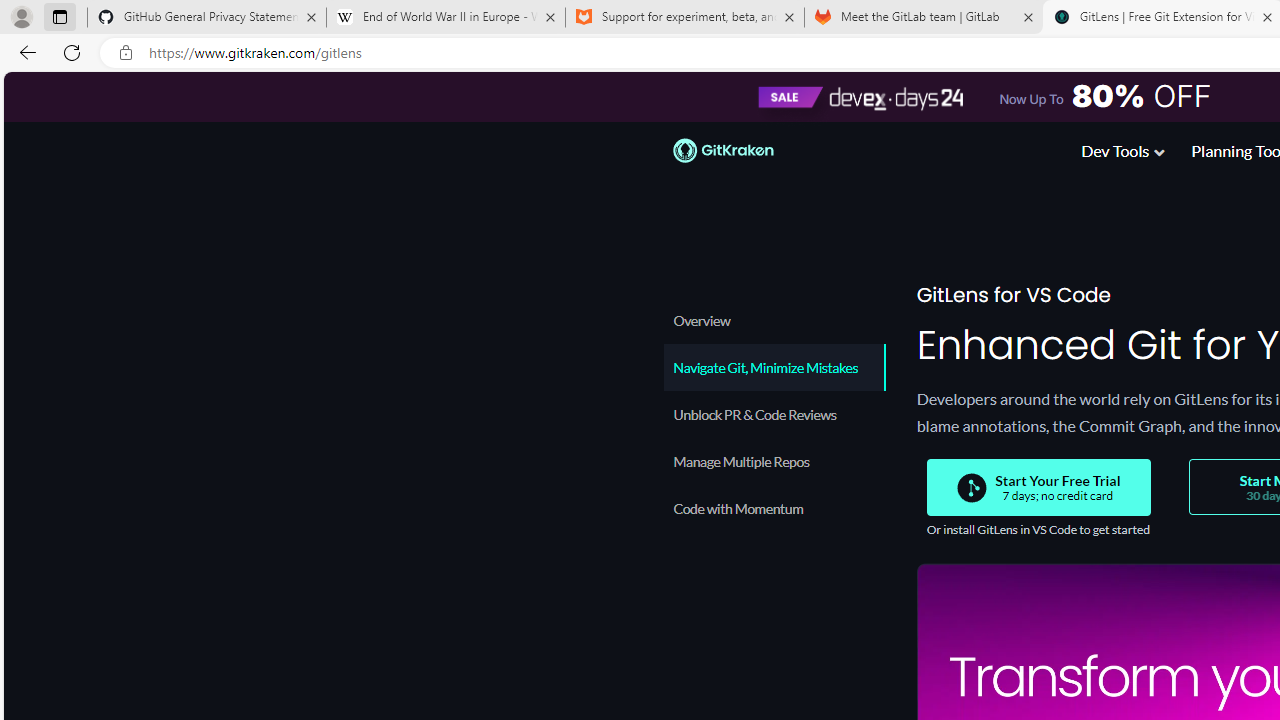  Describe the element at coordinates (773, 367) in the screenshot. I see `'Navigate Git, Minimize Mistakes'` at that location.